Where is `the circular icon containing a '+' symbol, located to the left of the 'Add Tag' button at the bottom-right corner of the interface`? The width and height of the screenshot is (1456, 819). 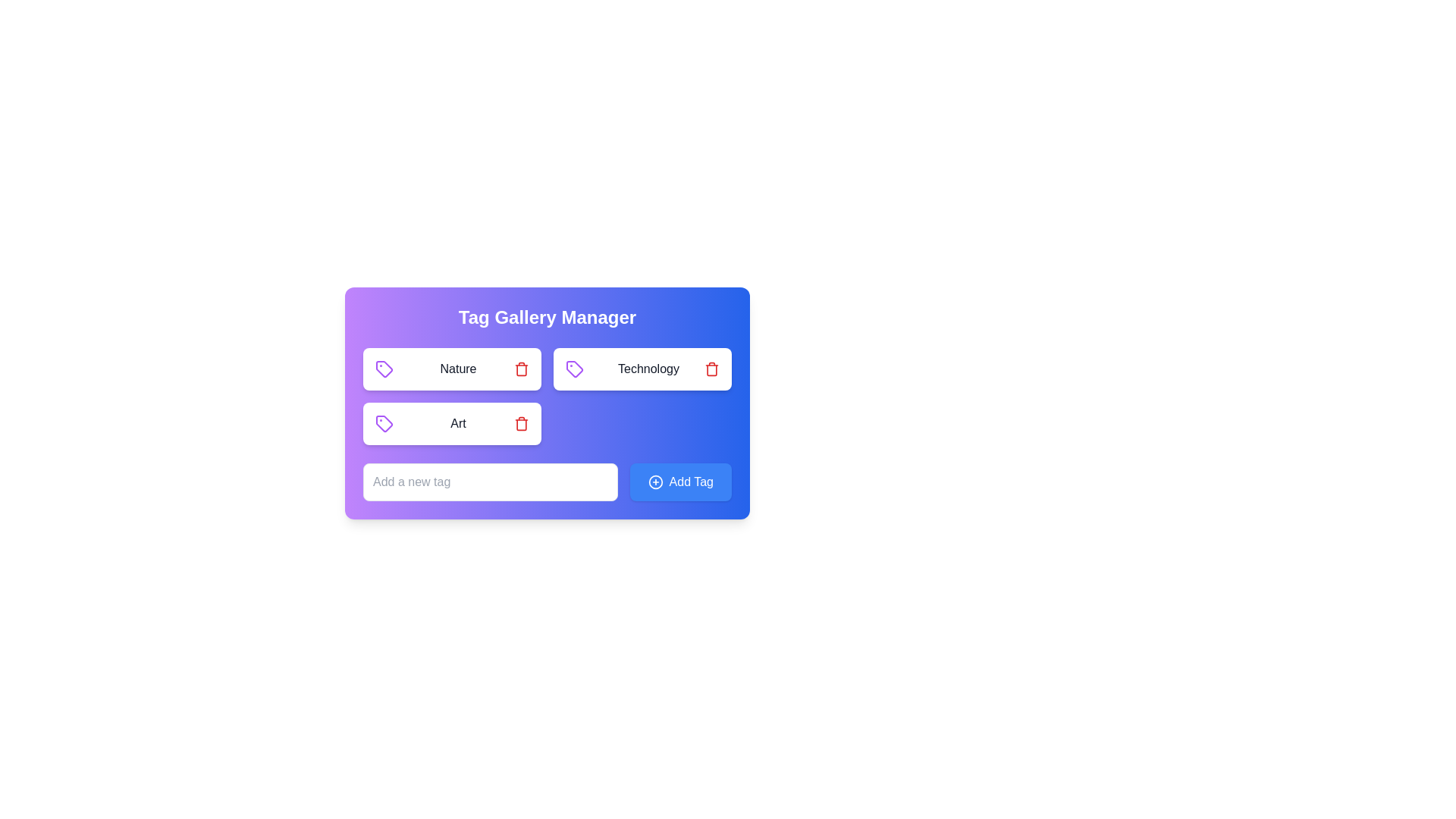
the circular icon containing a '+' symbol, located to the left of the 'Add Tag' button at the bottom-right corner of the interface is located at coordinates (655, 482).